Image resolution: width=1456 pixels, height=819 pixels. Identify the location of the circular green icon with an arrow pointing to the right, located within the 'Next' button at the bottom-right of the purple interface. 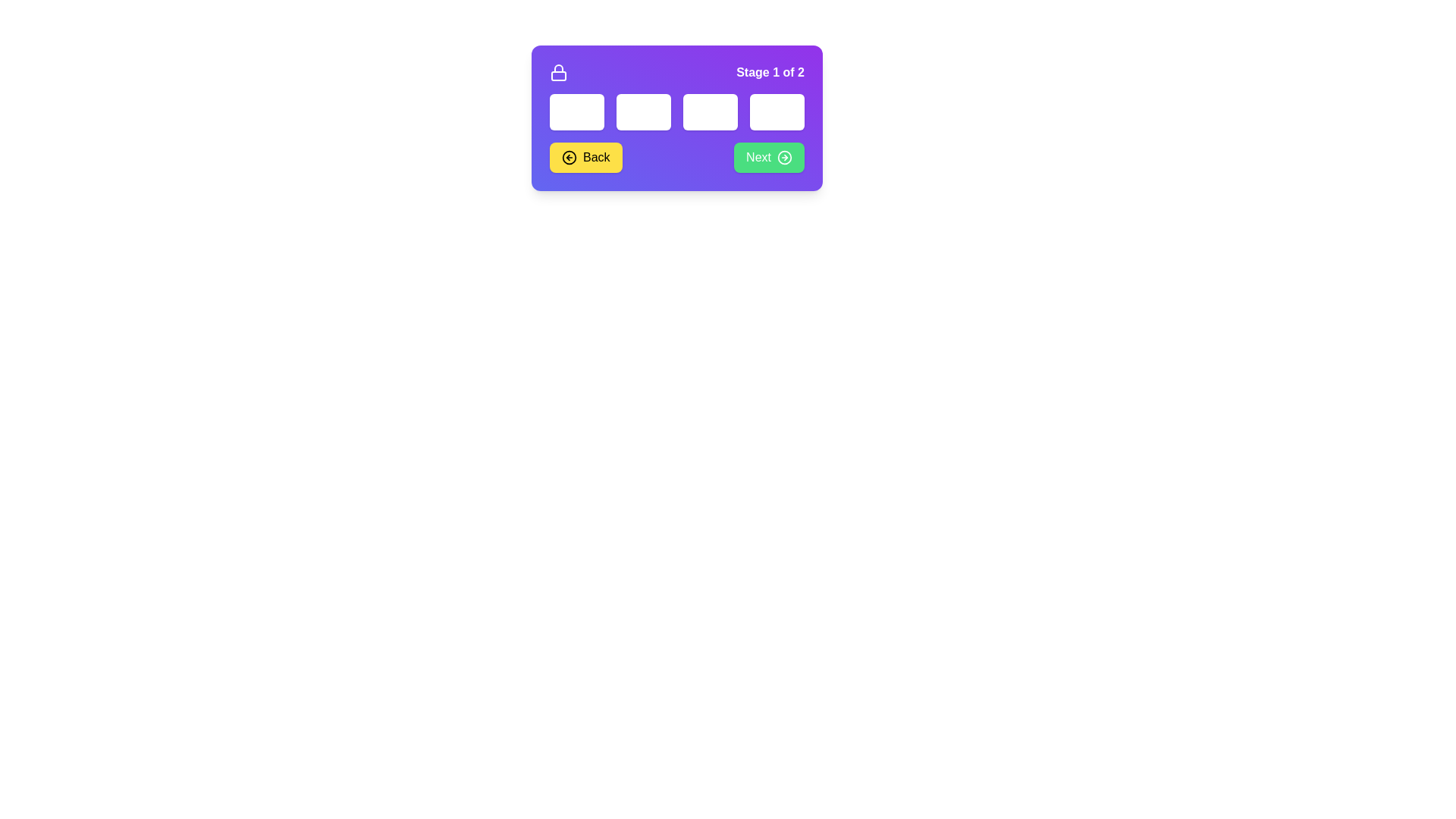
(785, 158).